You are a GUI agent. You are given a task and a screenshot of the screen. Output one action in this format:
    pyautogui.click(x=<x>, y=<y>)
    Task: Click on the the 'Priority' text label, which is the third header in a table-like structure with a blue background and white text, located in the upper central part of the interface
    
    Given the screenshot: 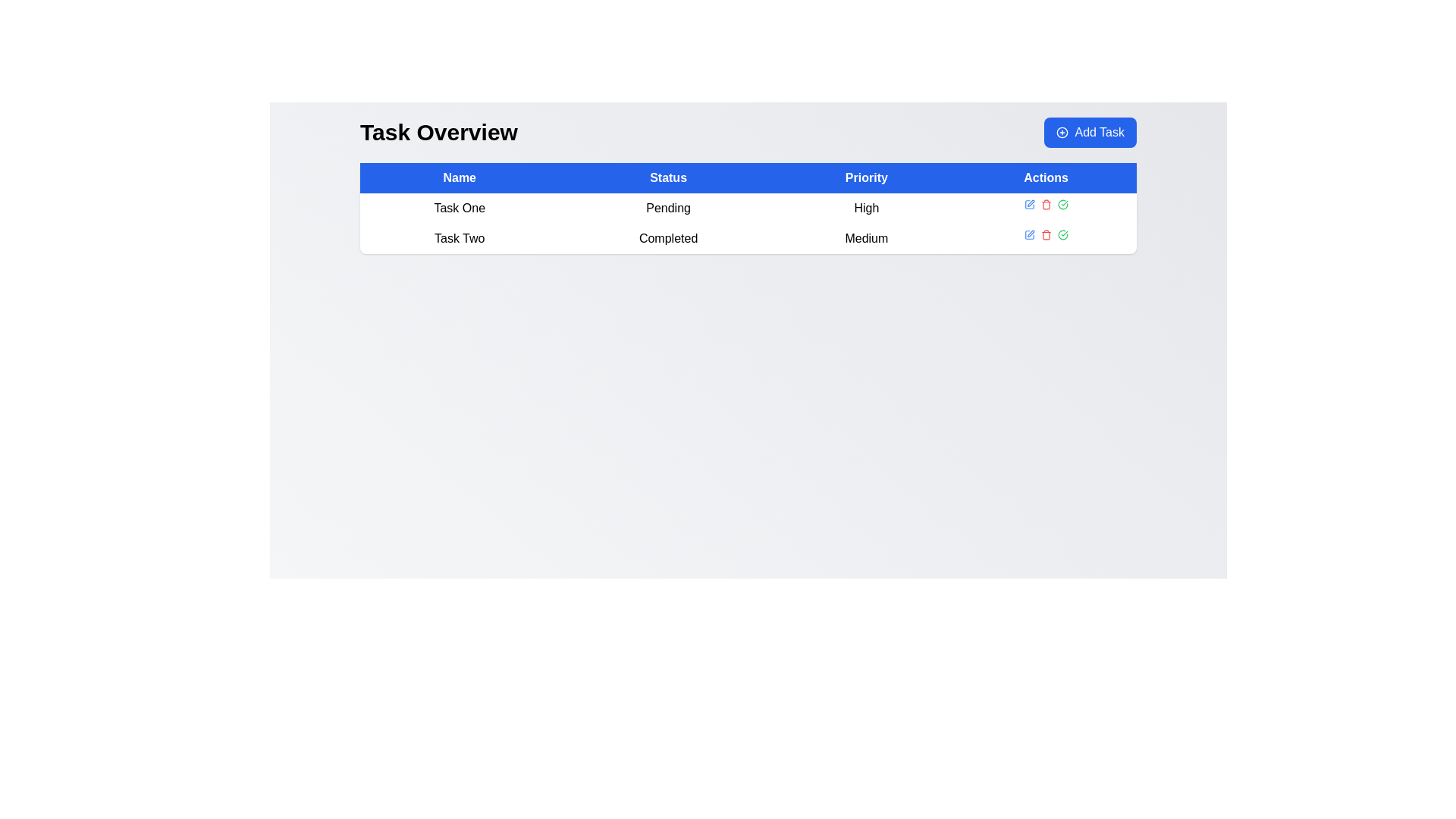 What is the action you would take?
    pyautogui.click(x=866, y=177)
    